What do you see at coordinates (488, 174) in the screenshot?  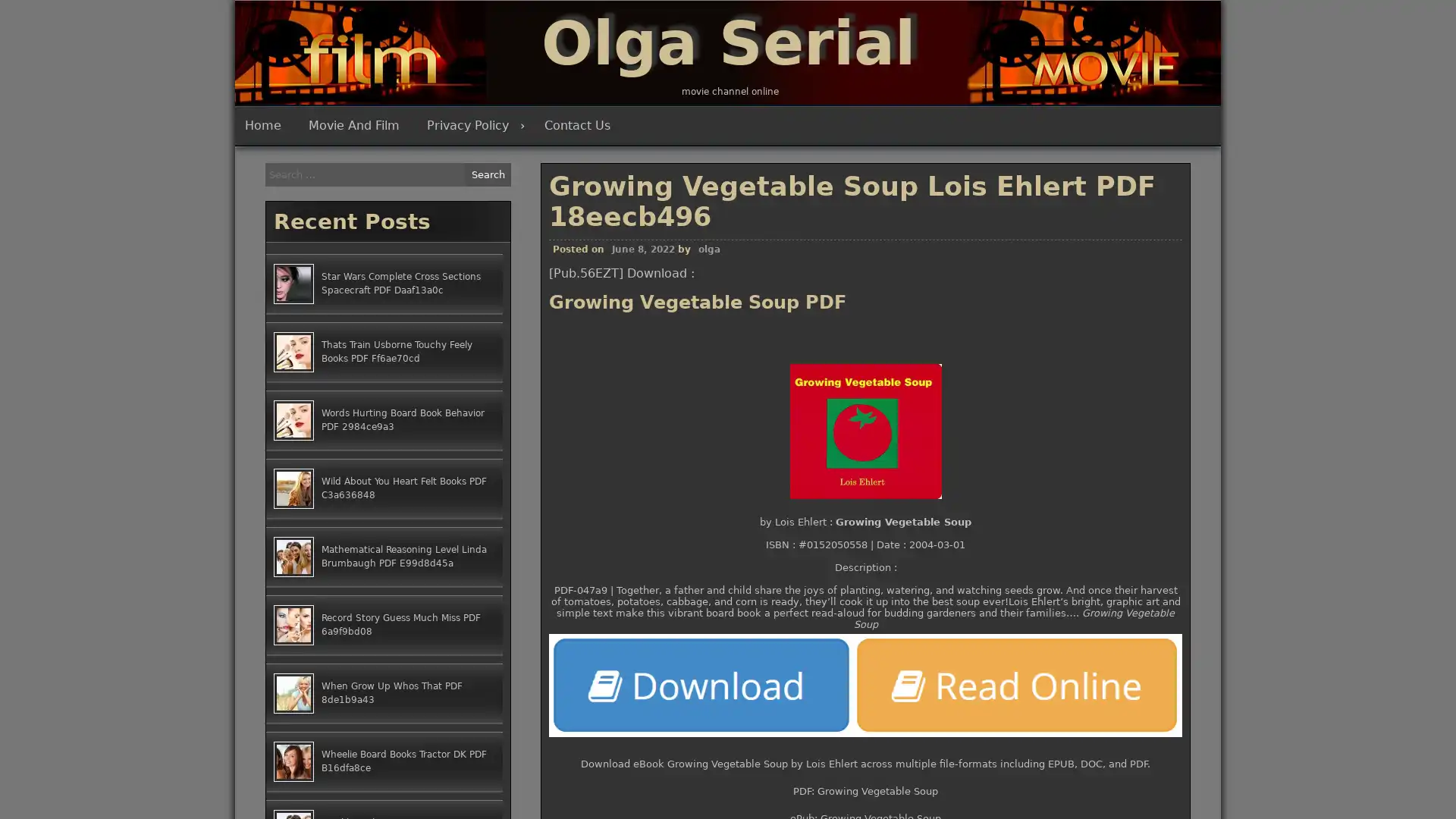 I see `Search` at bounding box center [488, 174].